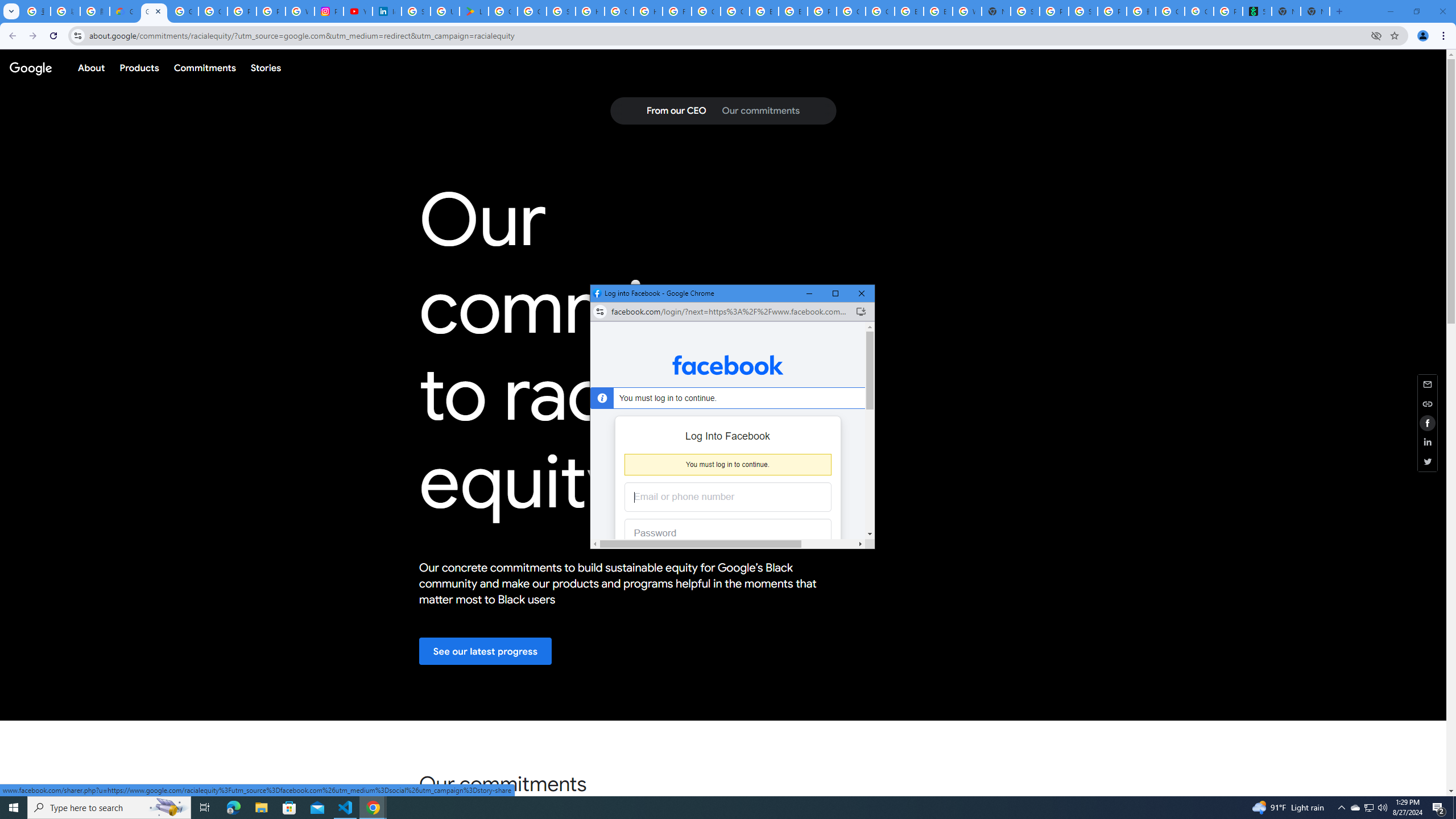 Image resolution: width=1456 pixels, height=819 pixels. Describe the element at coordinates (835, 293) in the screenshot. I see `'Maximize'` at that location.